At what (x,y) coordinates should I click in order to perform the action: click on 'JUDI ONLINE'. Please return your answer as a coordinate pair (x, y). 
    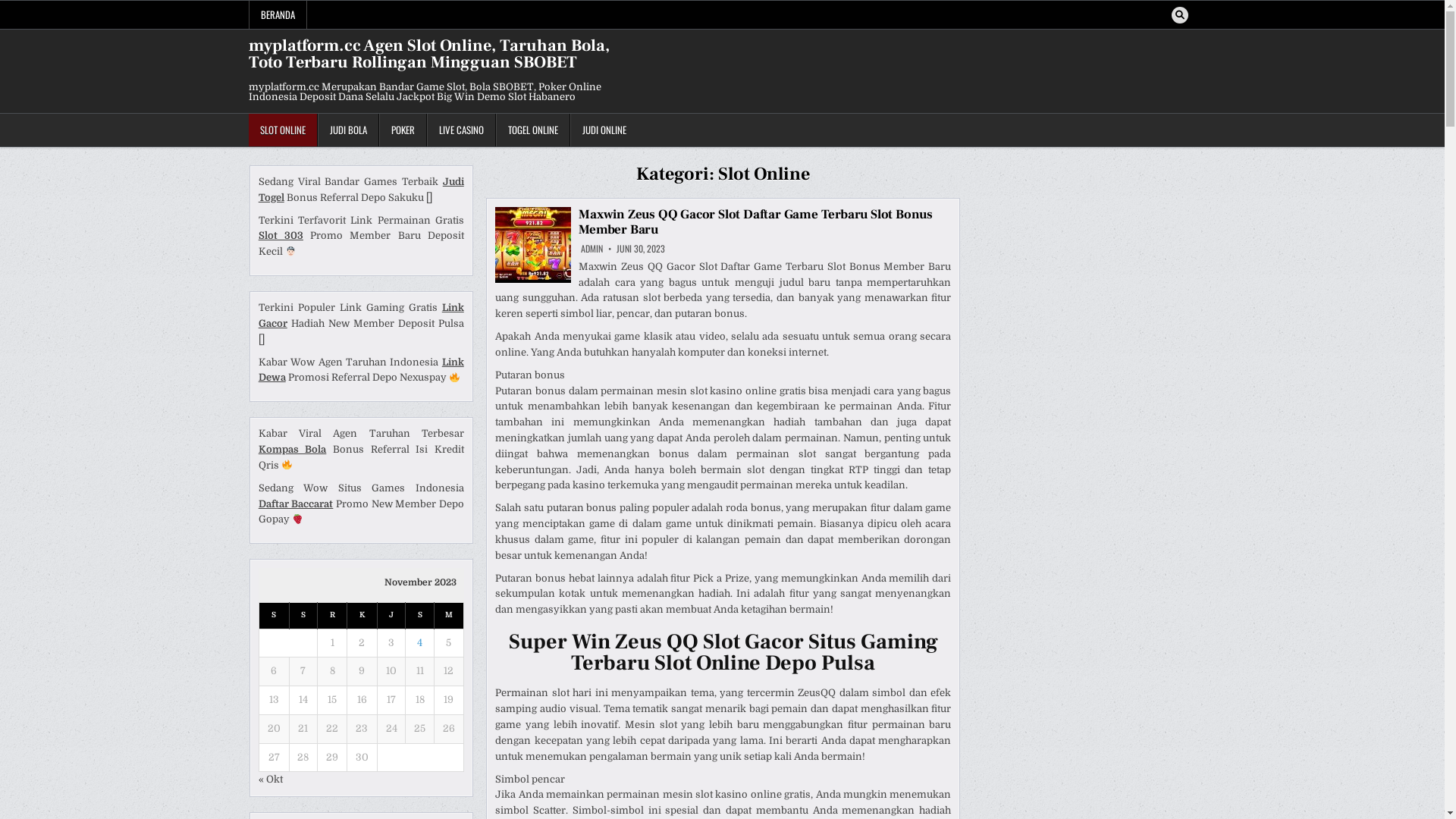
    Looking at the image, I should click on (603, 129).